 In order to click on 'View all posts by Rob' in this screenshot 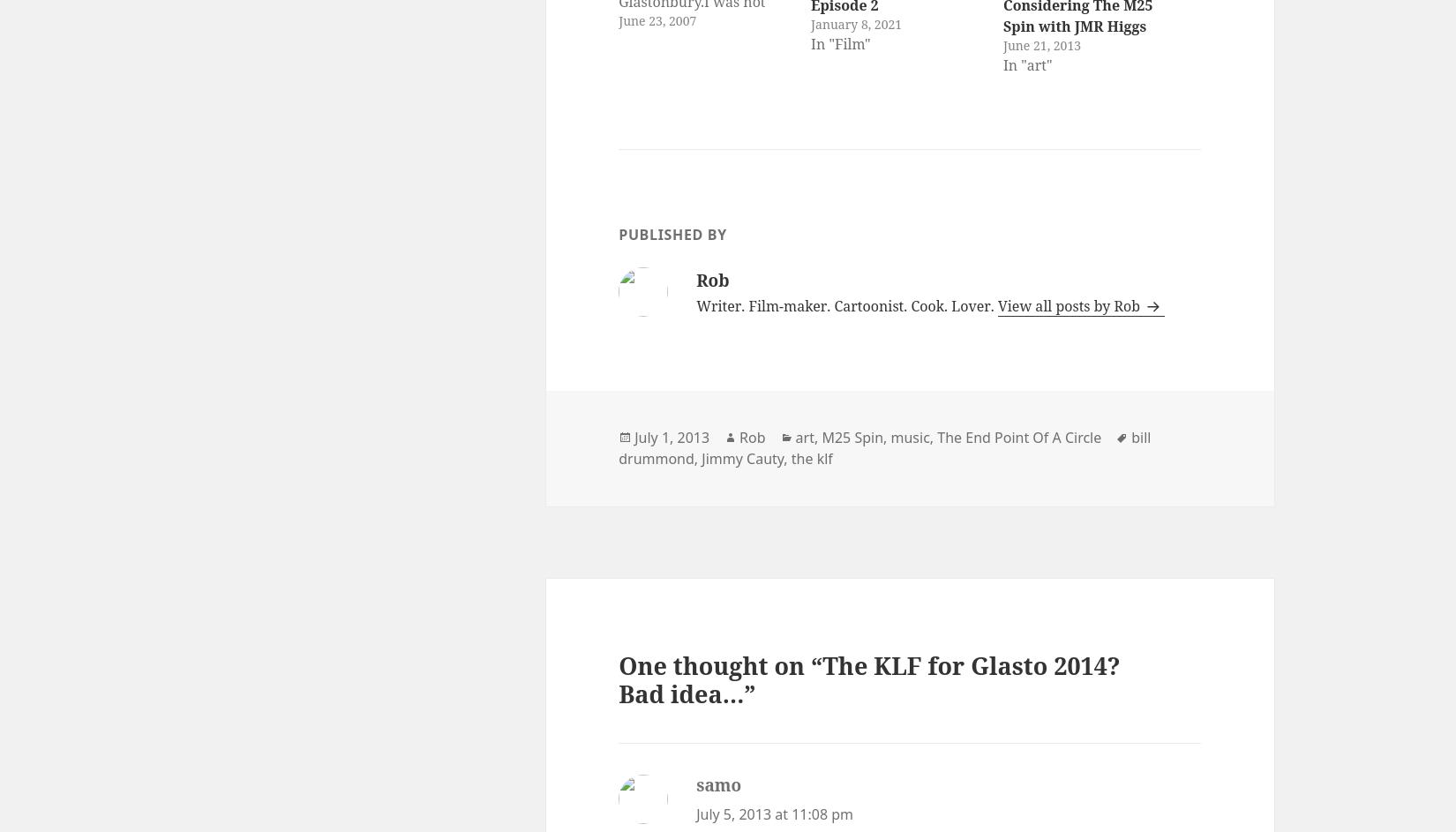, I will do `click(996, 306)`.